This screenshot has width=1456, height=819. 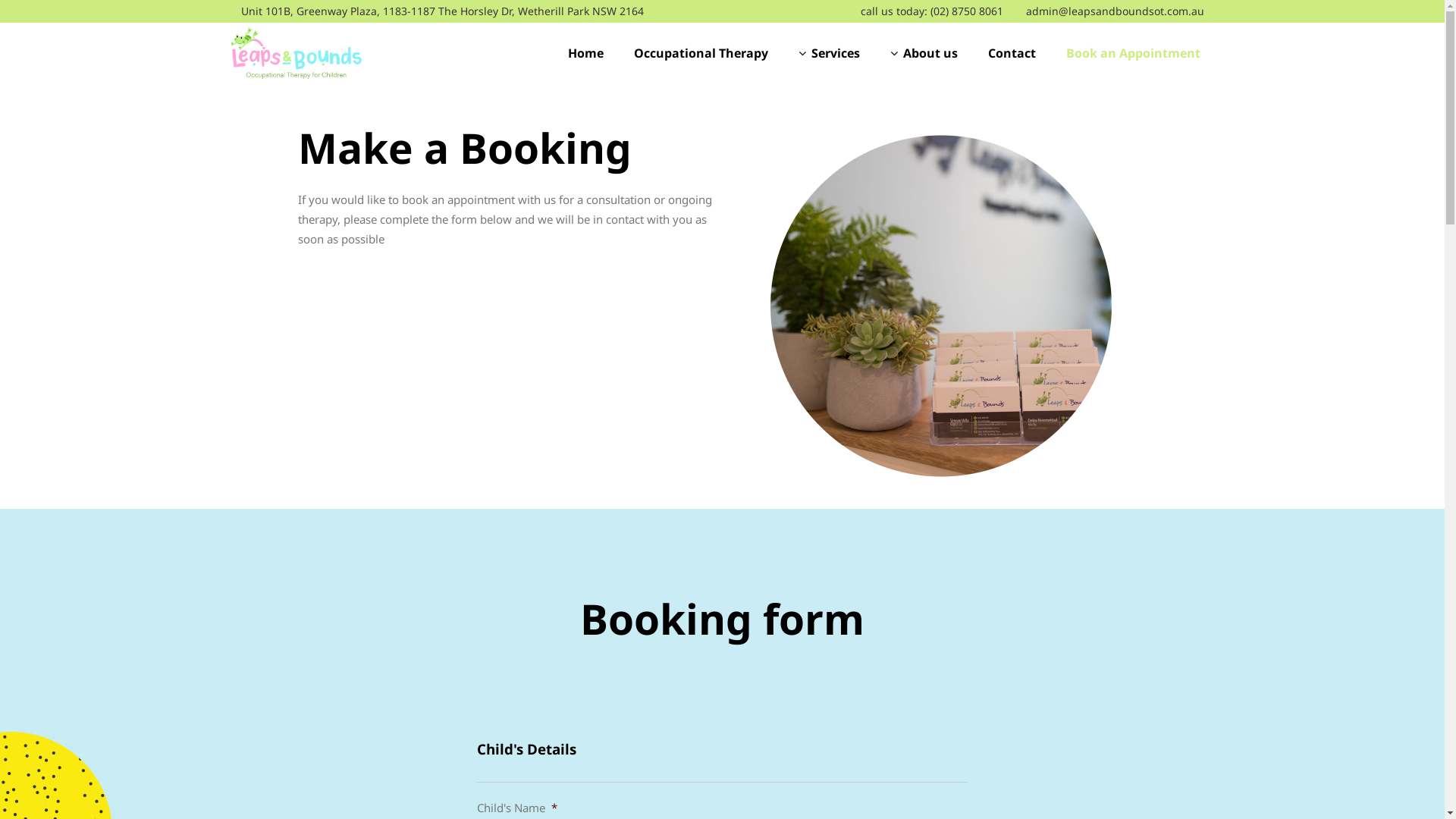 What do you see at coordinates (827, 52) in the screenshot?
I see `'Services'` at bounding box center [827, 52].